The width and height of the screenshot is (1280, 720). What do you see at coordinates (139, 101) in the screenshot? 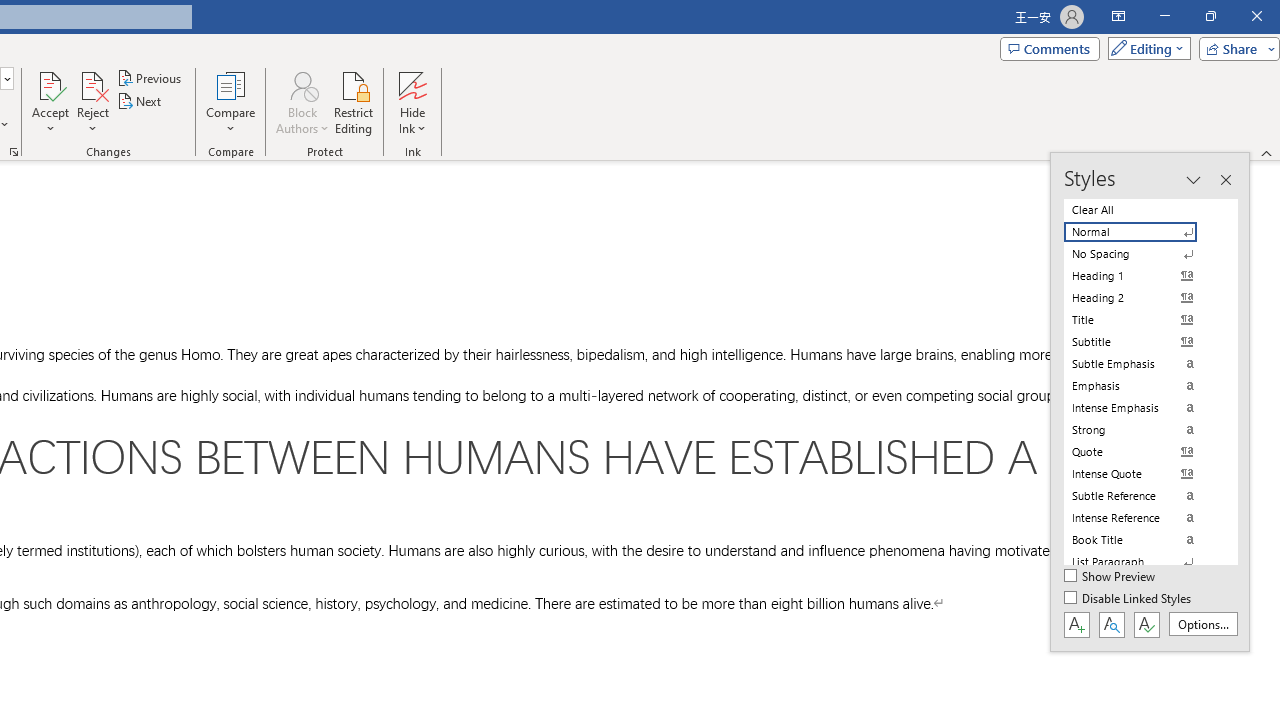
I see `'Next'` at bounding box center [139, 101].